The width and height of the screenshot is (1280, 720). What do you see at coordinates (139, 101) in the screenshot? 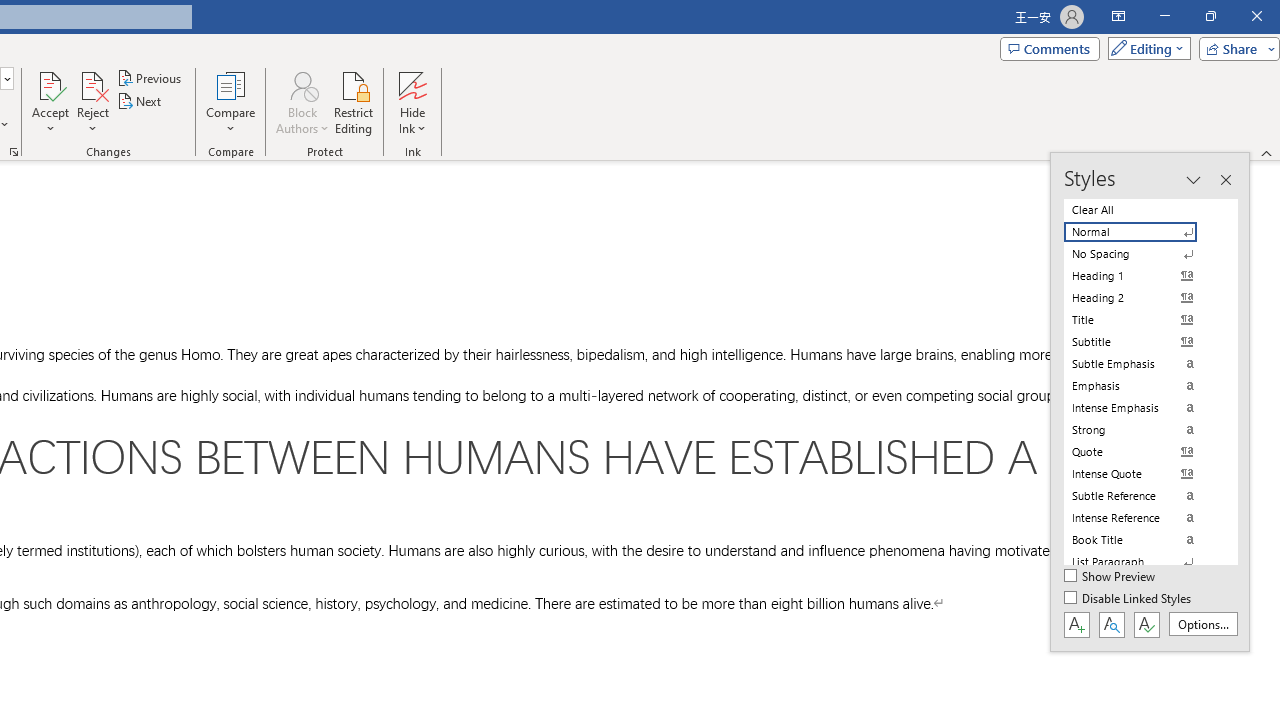
I see `'Next'` at bounding box center [139, 101].